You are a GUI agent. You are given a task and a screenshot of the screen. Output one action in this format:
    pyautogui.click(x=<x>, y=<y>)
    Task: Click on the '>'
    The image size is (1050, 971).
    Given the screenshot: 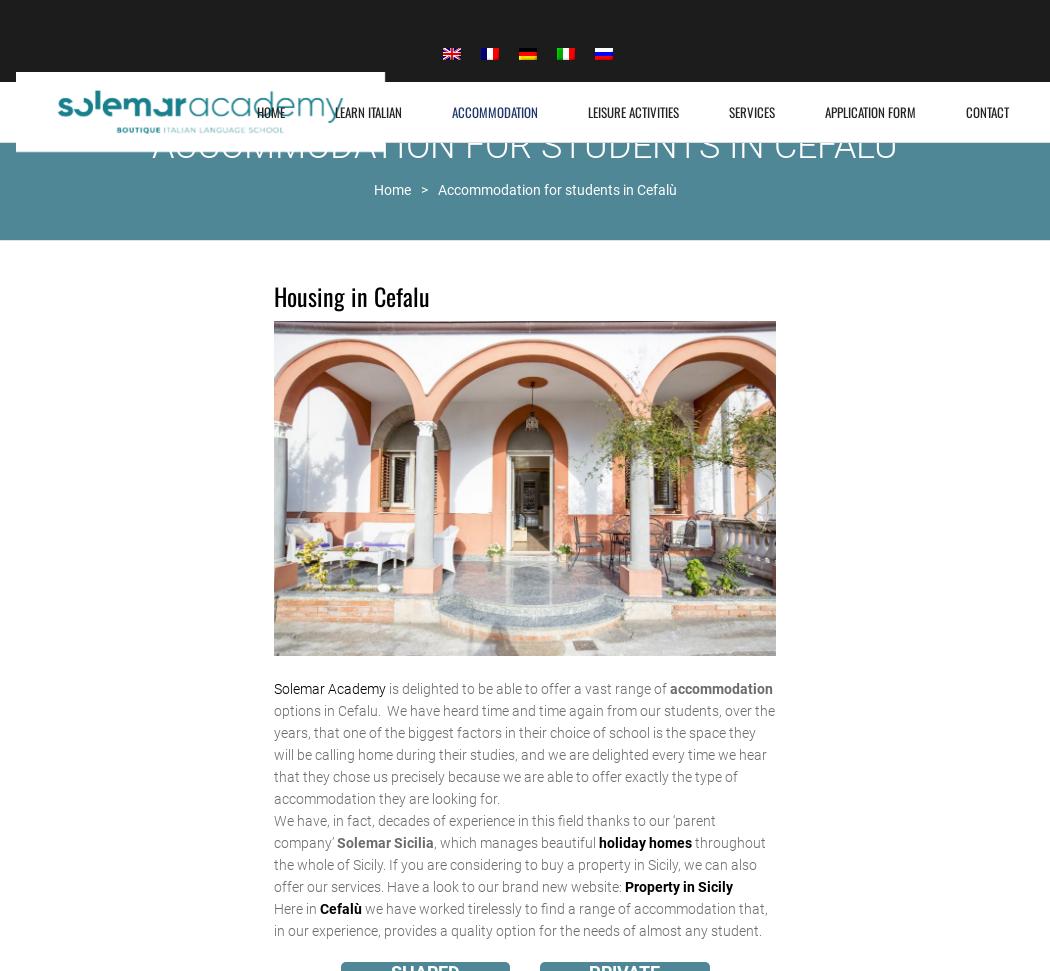 What is the action you would take?
    pyautogui.click(x=422, y=189)
    